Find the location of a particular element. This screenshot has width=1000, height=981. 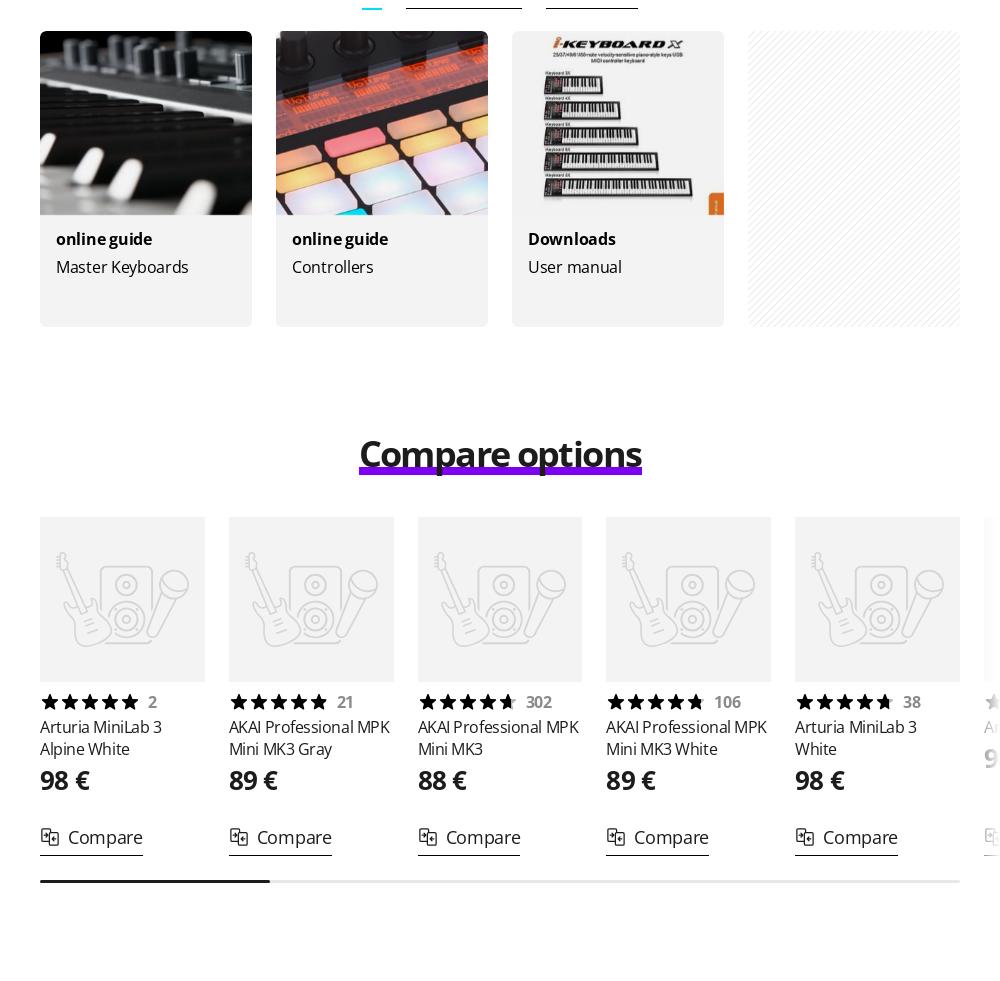

'MiniLab 3 Alpine White' is located at coordinates (99, 738).